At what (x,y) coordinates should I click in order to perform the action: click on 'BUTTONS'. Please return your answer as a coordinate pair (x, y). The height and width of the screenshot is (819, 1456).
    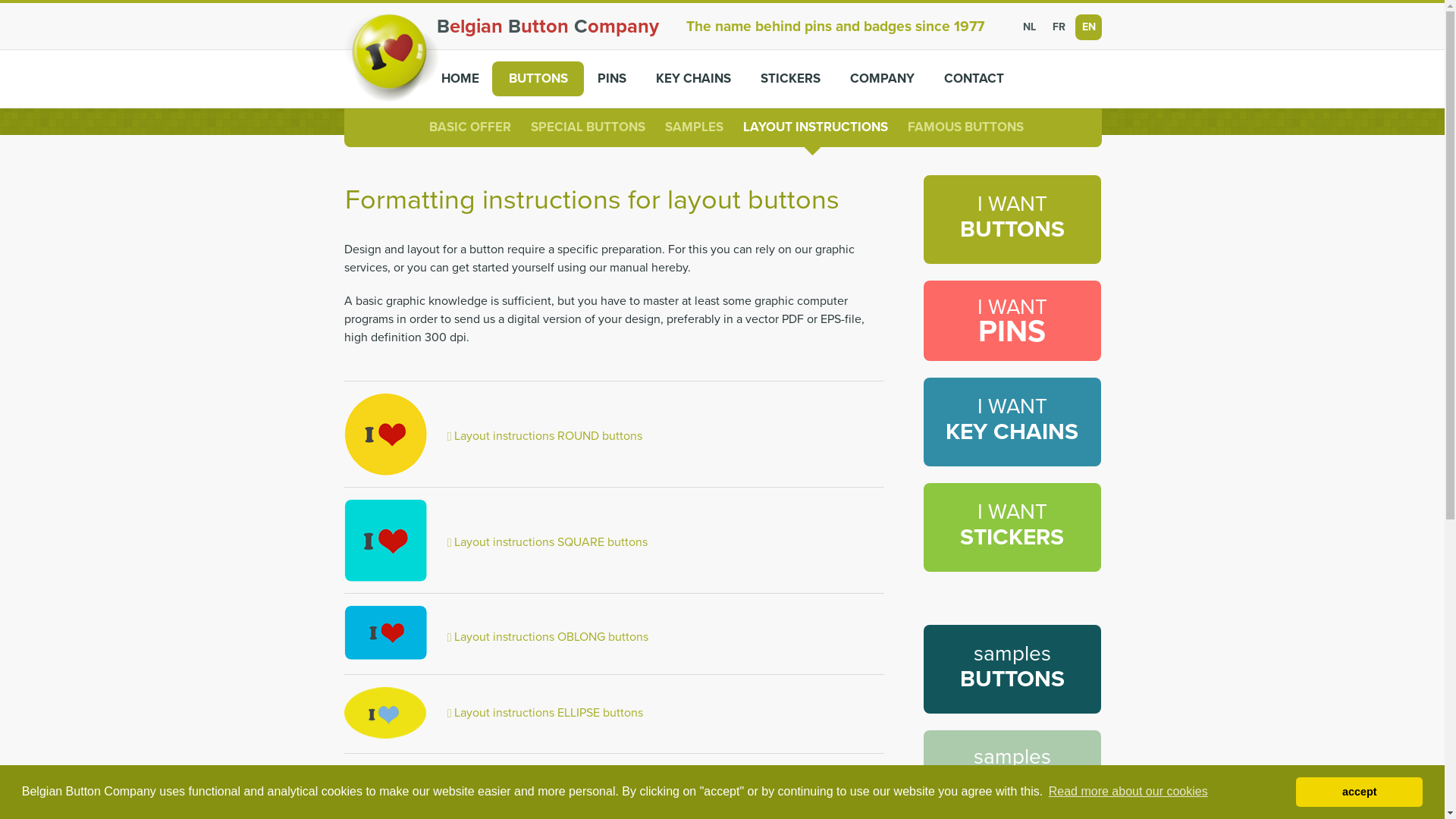
    Looking at the image, I should click on (491, 79).